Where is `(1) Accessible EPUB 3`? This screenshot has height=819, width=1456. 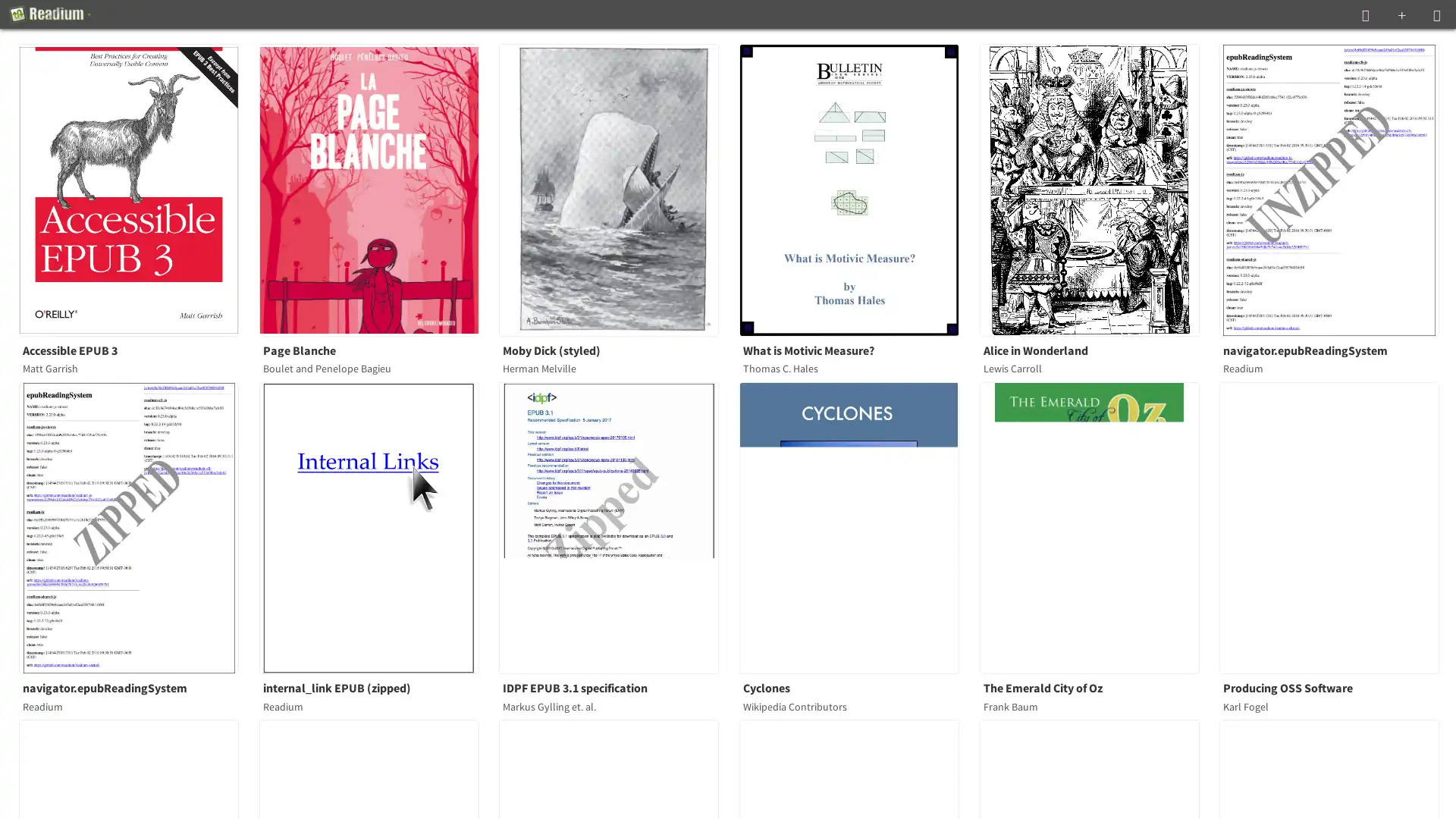
(1) Accessible EPUB 3 is located at coordinates (138, 189).